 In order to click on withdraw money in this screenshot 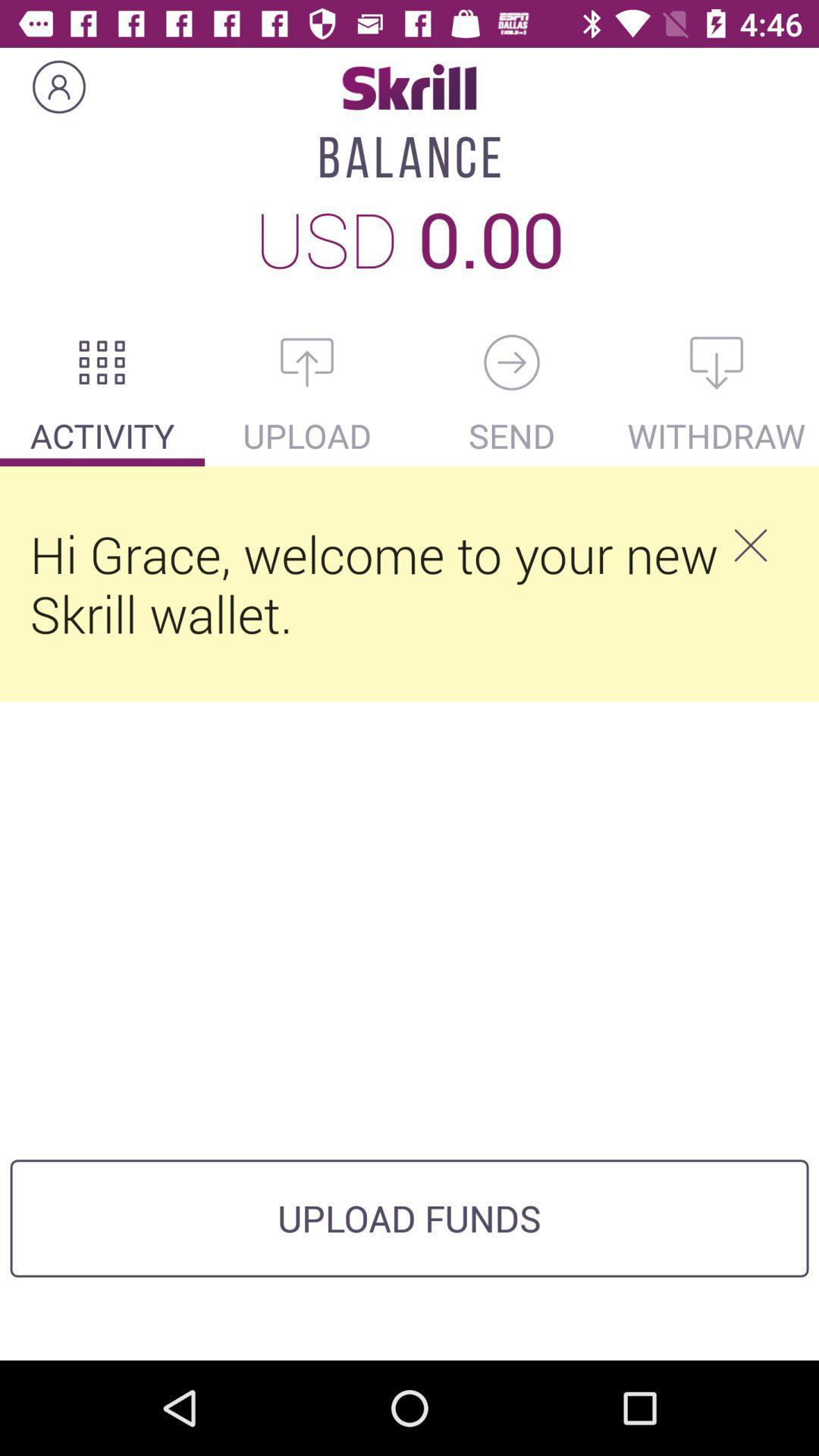, I will do `click(717, 362)`.